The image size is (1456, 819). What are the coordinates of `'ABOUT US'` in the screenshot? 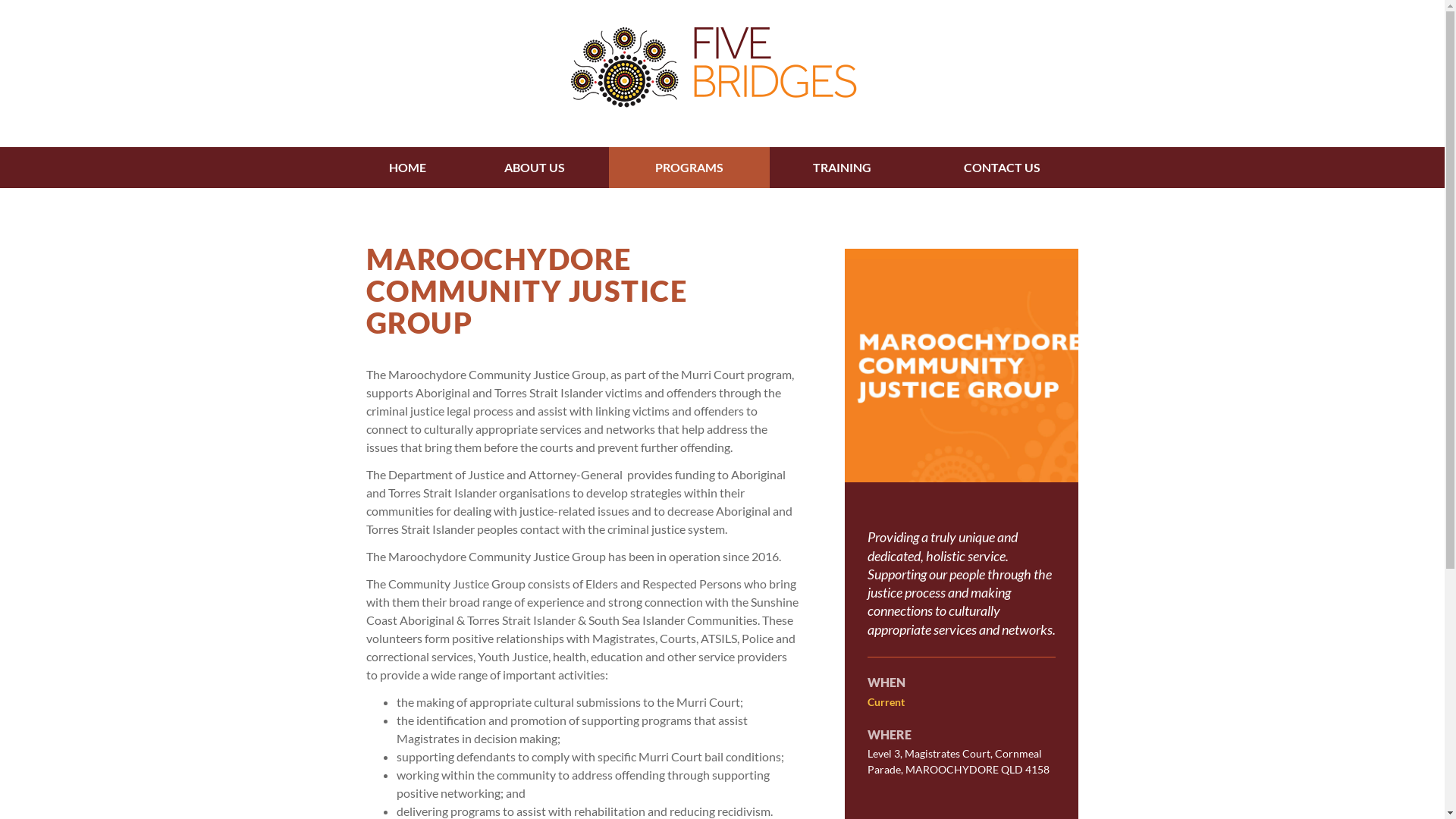 It's located at (535, 167).